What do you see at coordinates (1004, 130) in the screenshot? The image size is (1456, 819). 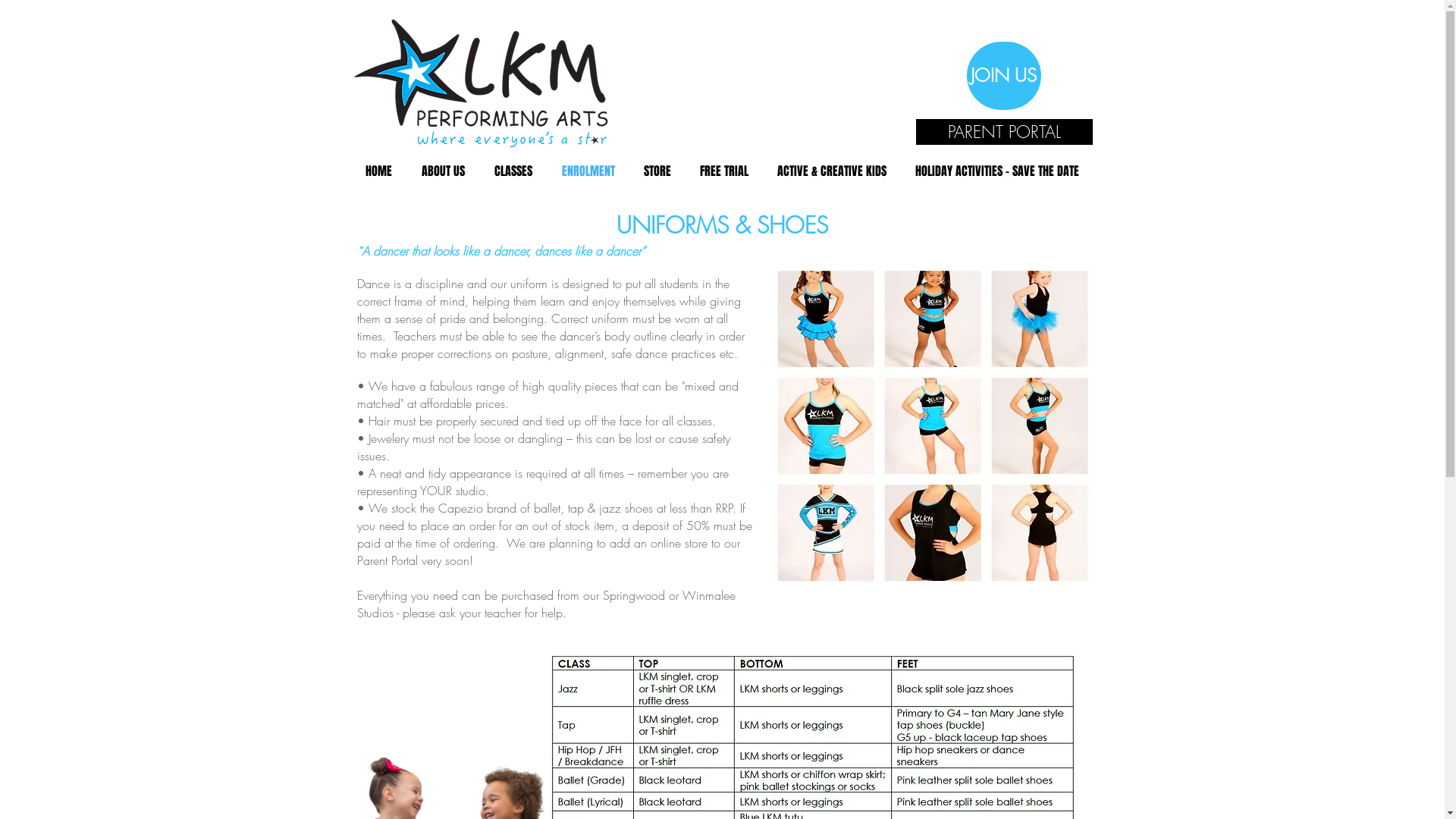 I see `'PARENT PORTAL'` at bounding box center [1004, 130].